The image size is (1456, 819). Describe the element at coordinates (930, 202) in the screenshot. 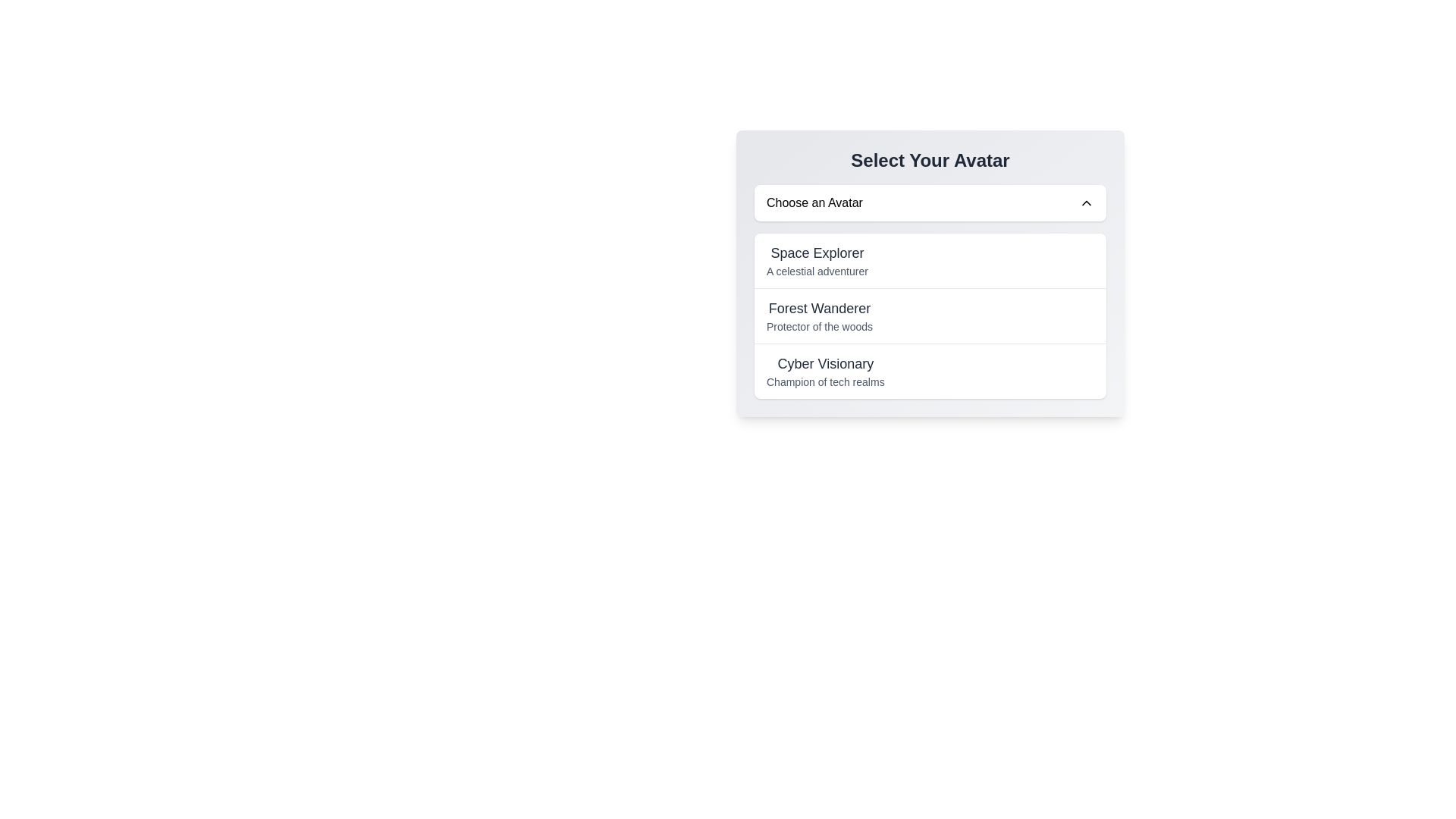

I see `the dropdown toggle located directly underneath the title 'Select Your Avatar'` at that location.